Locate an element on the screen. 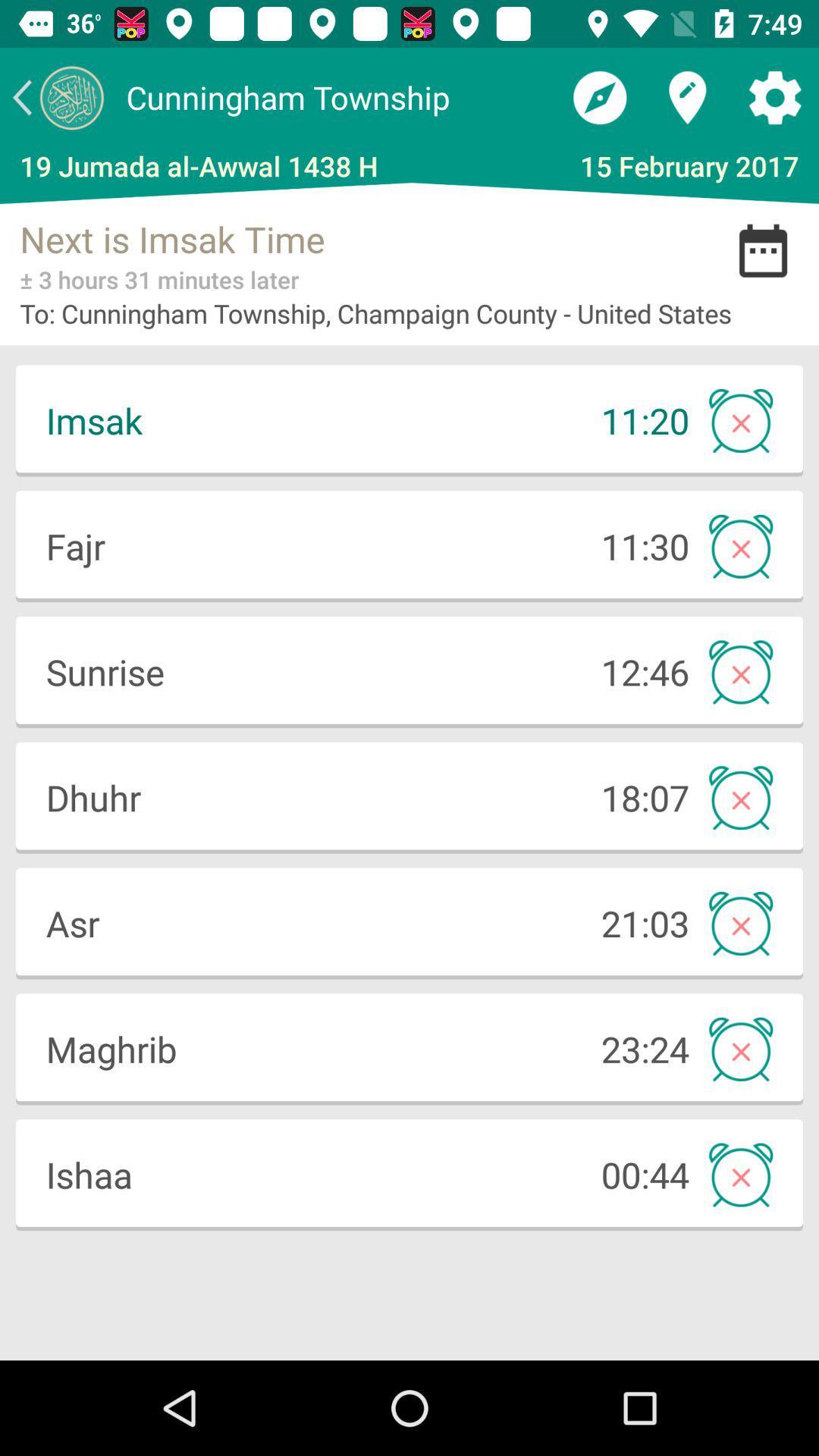 Image resolution: width=819 pixels, height=1456 pixels. the date_range icon is located at coordinates (763, 250).